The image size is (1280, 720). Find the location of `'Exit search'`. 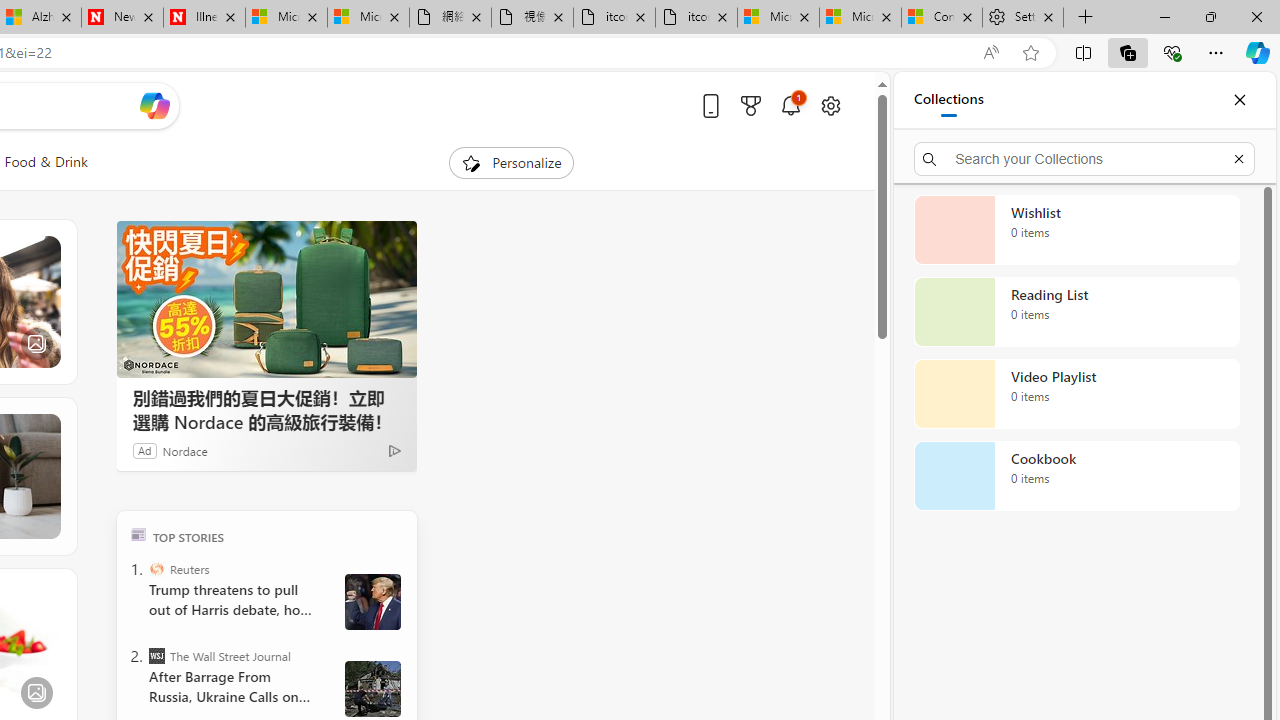

'Exit search' is located at coordinates (1238, 158).